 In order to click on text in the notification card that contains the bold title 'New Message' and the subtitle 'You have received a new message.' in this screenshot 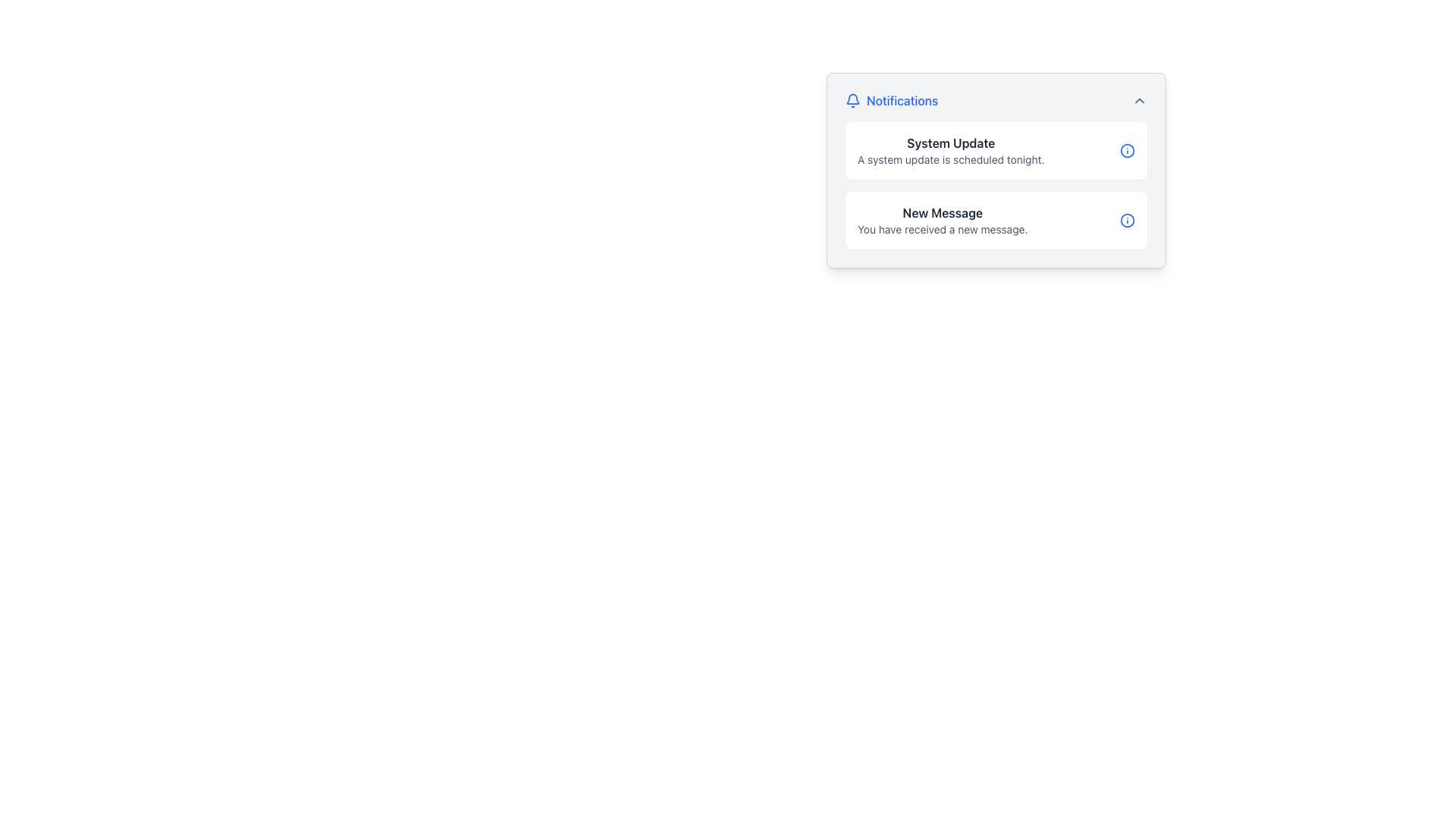, I will do `click(942, 220)`.